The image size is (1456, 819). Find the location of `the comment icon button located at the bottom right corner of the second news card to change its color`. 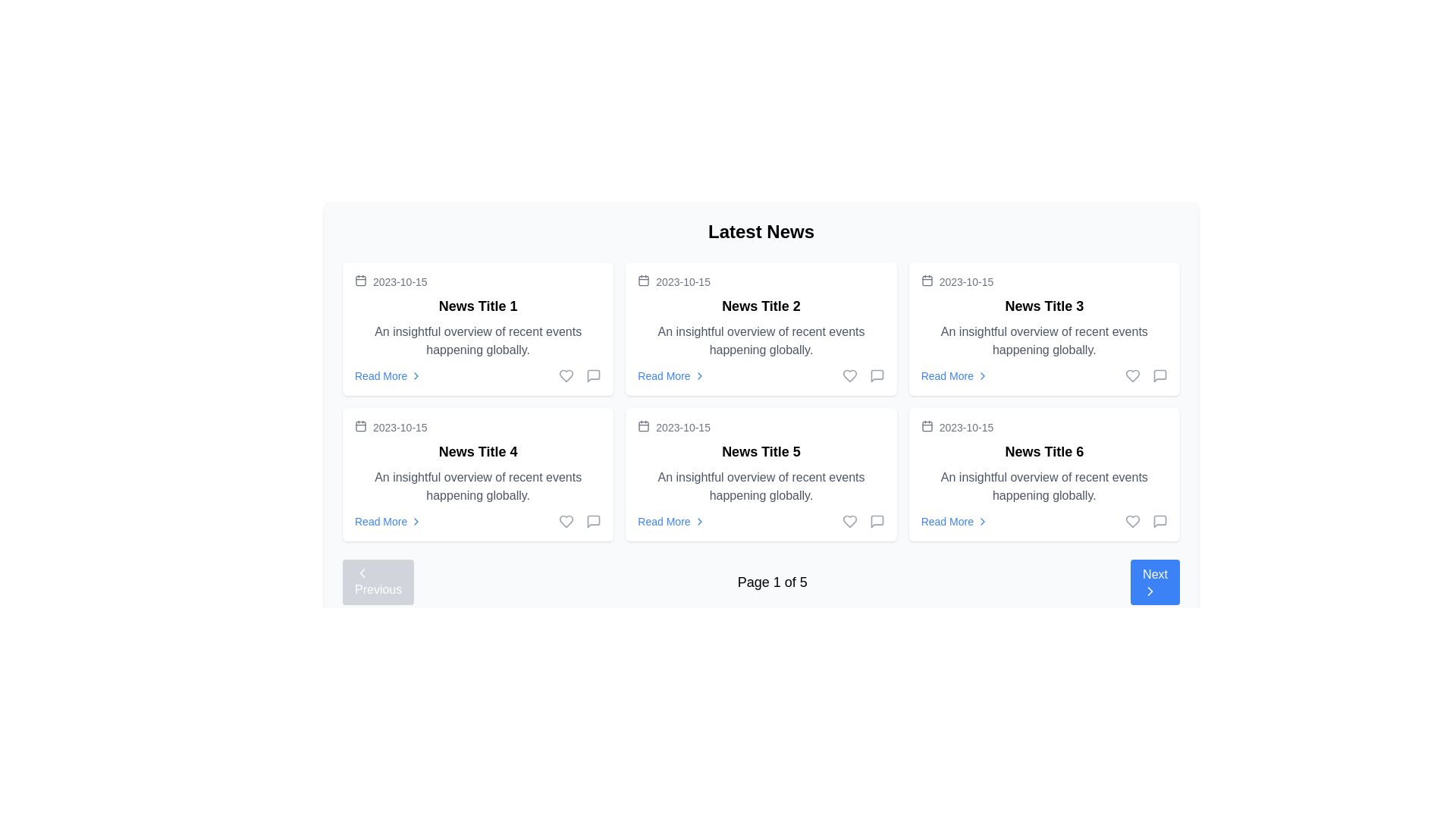

the comment icon button located at the bottom right corner of the second news card to change its color is located at coordinates (877, 375).